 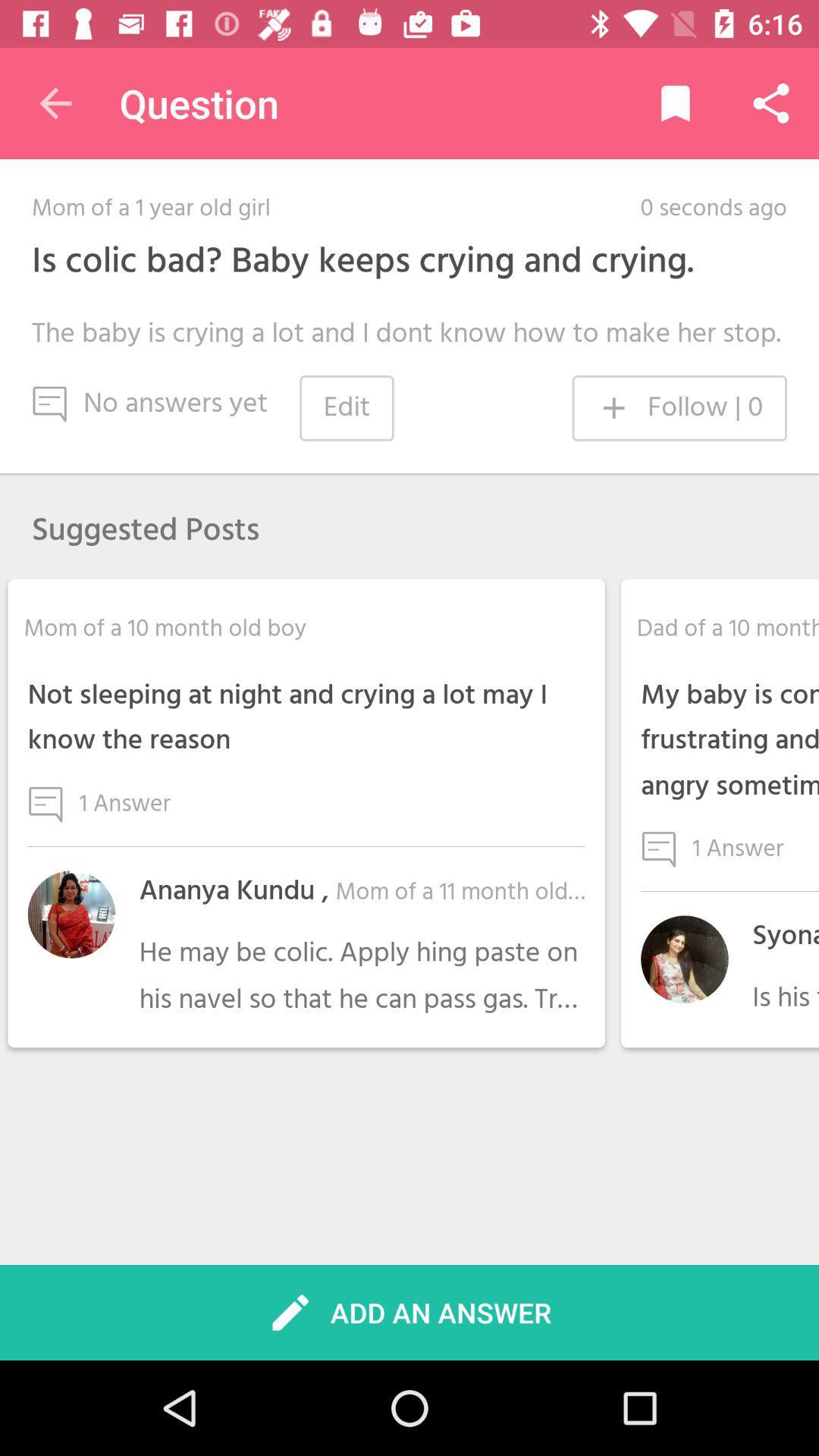 What do you see at coordinates (408, 1312) in the screenshot?
I see `the add an answer` at bounding box center [408, 1312].